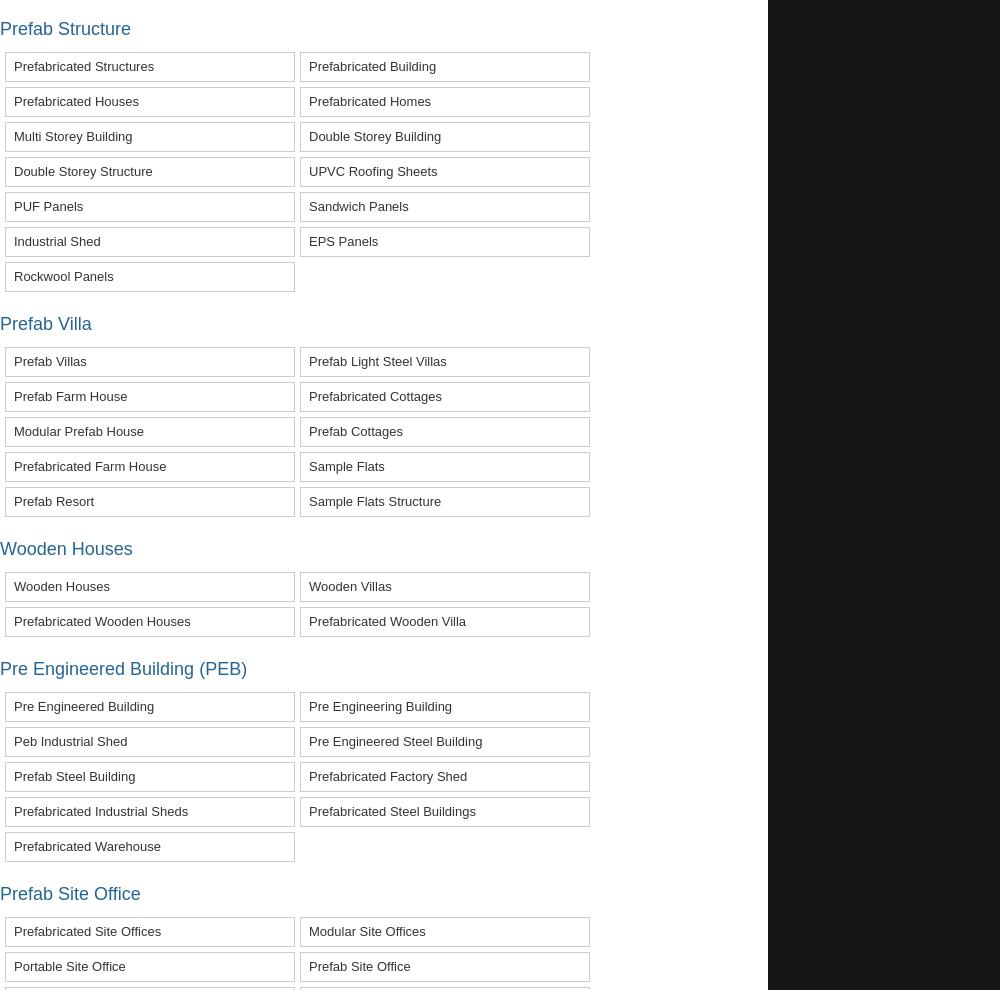  Describe the element at coordinates (380, 704) in the screenshot. I see `'pre engineering building'` at that location.